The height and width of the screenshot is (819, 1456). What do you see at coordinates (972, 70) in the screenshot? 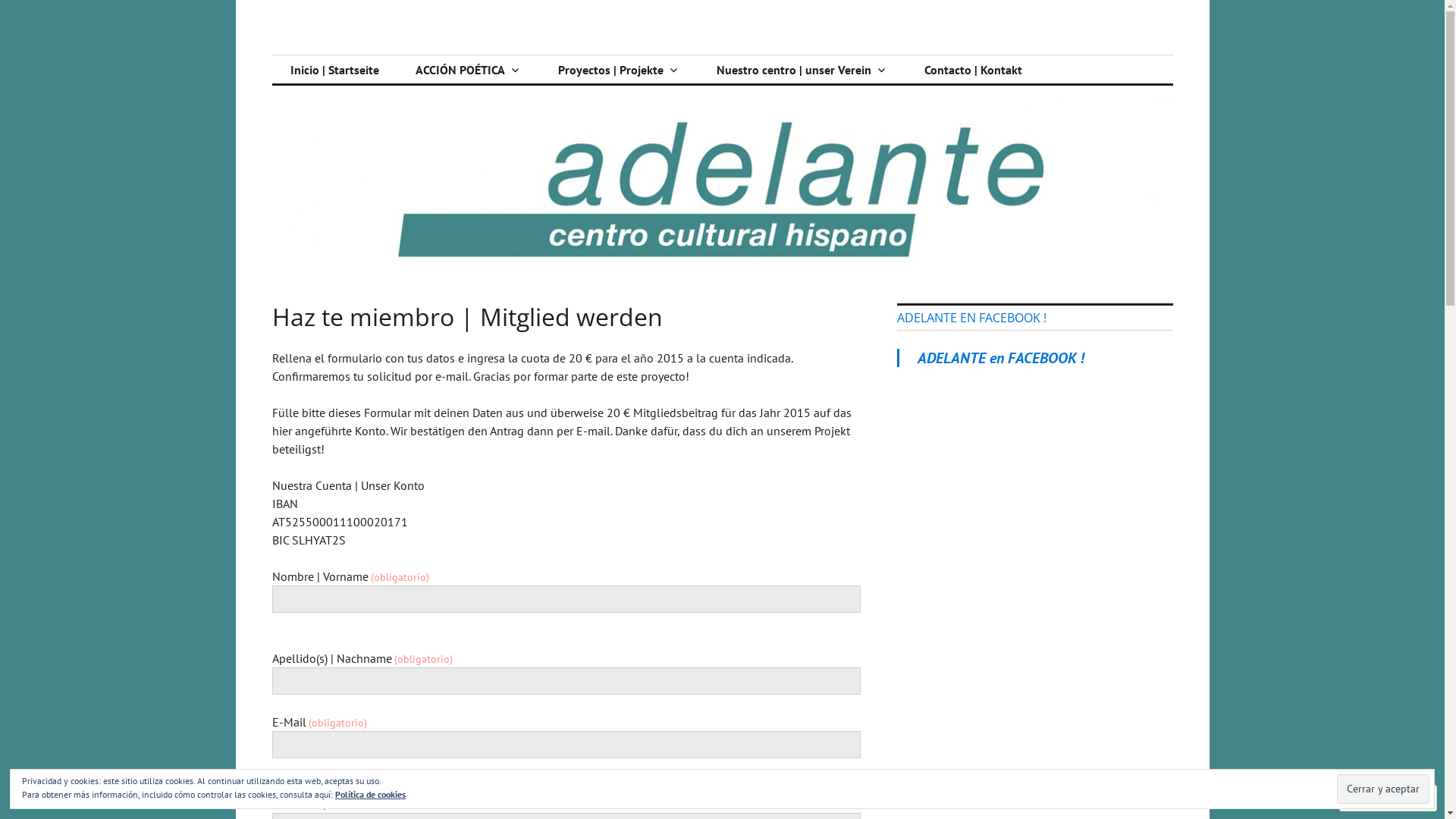
I see `'Contacto | Kontakt'` at bounding box center [972, 70].